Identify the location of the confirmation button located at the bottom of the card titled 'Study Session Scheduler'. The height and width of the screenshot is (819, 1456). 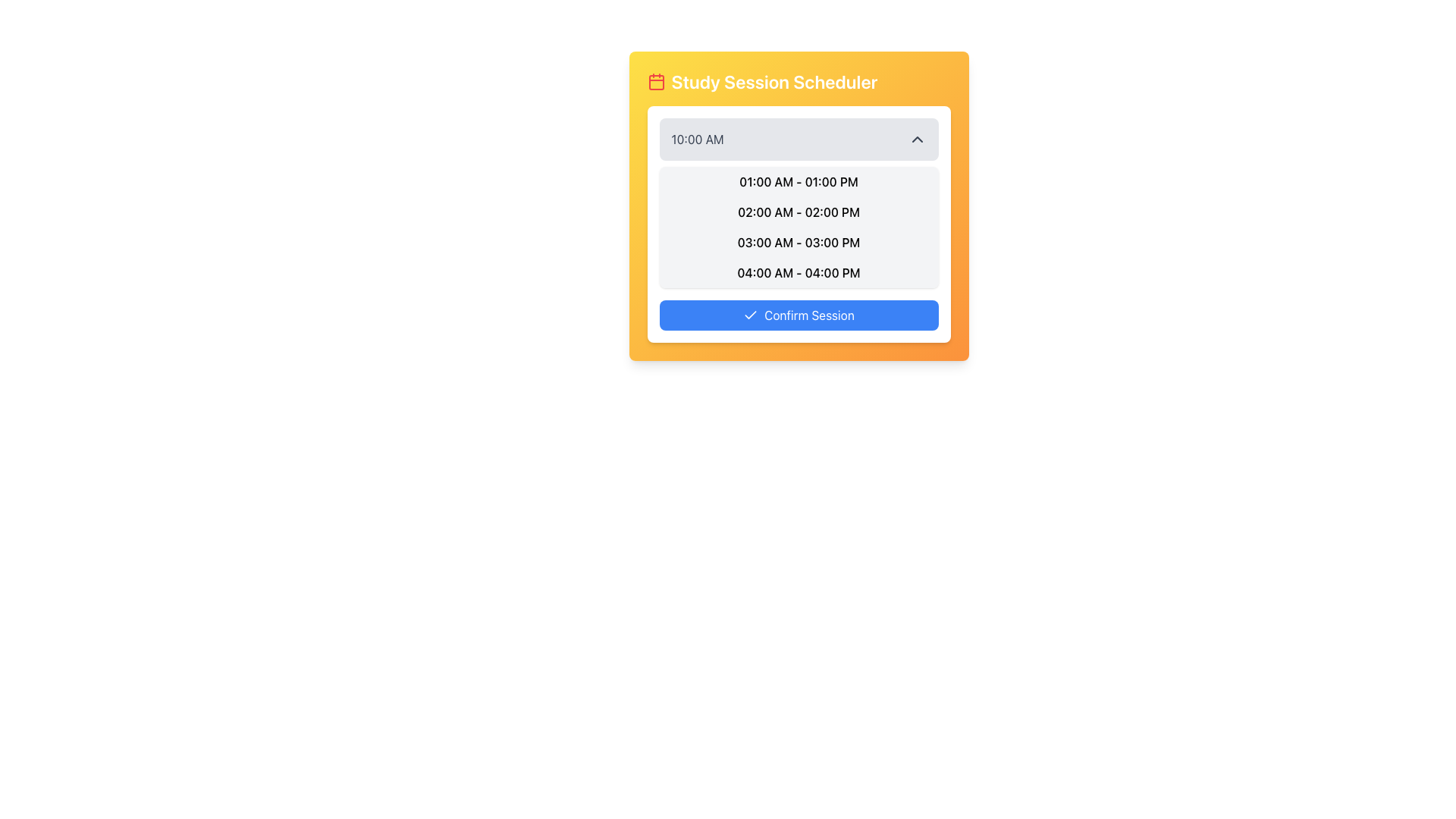
(798, 315).